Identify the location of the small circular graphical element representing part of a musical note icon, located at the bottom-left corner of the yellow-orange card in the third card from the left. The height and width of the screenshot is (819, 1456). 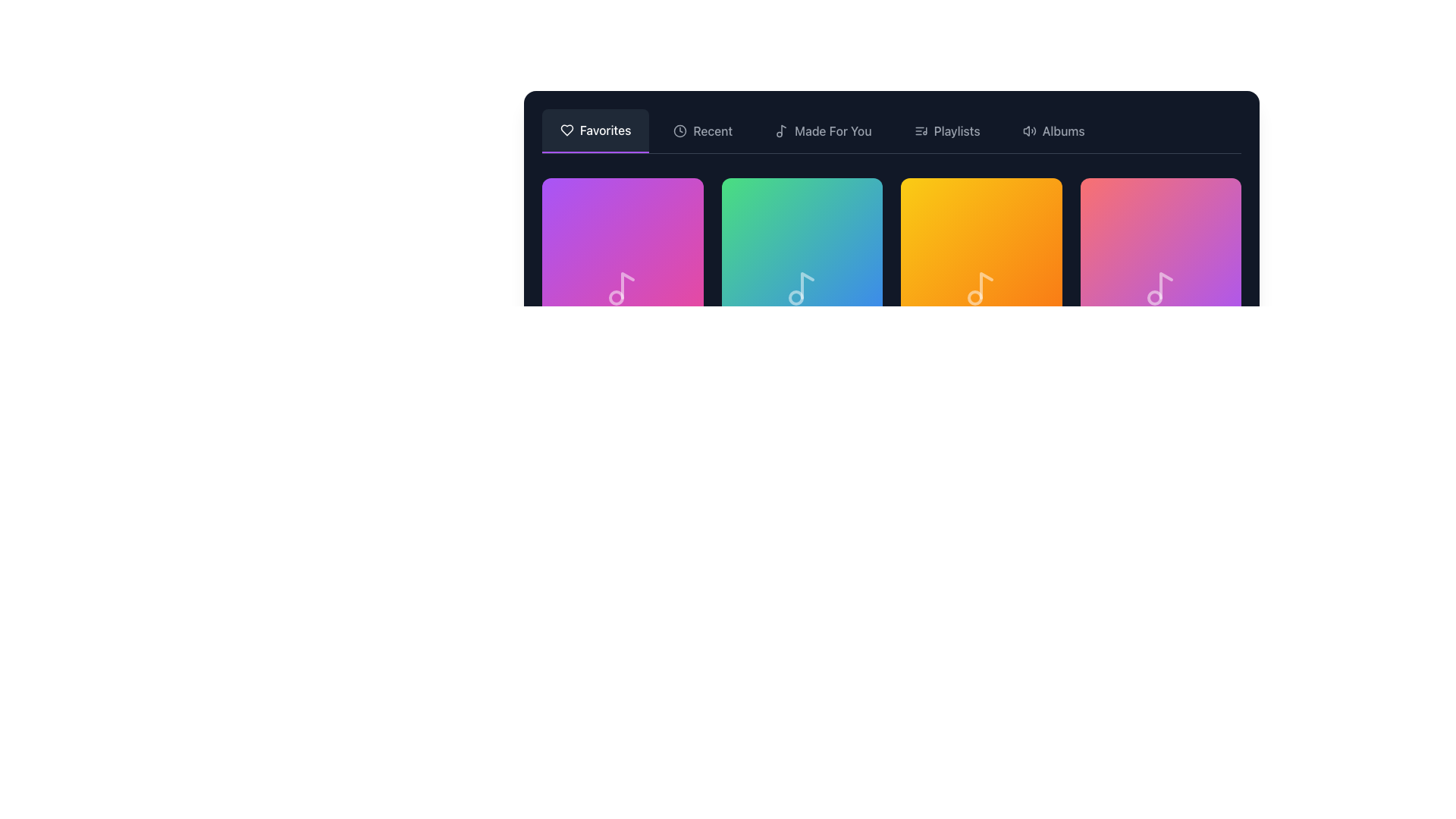
(975, 298).